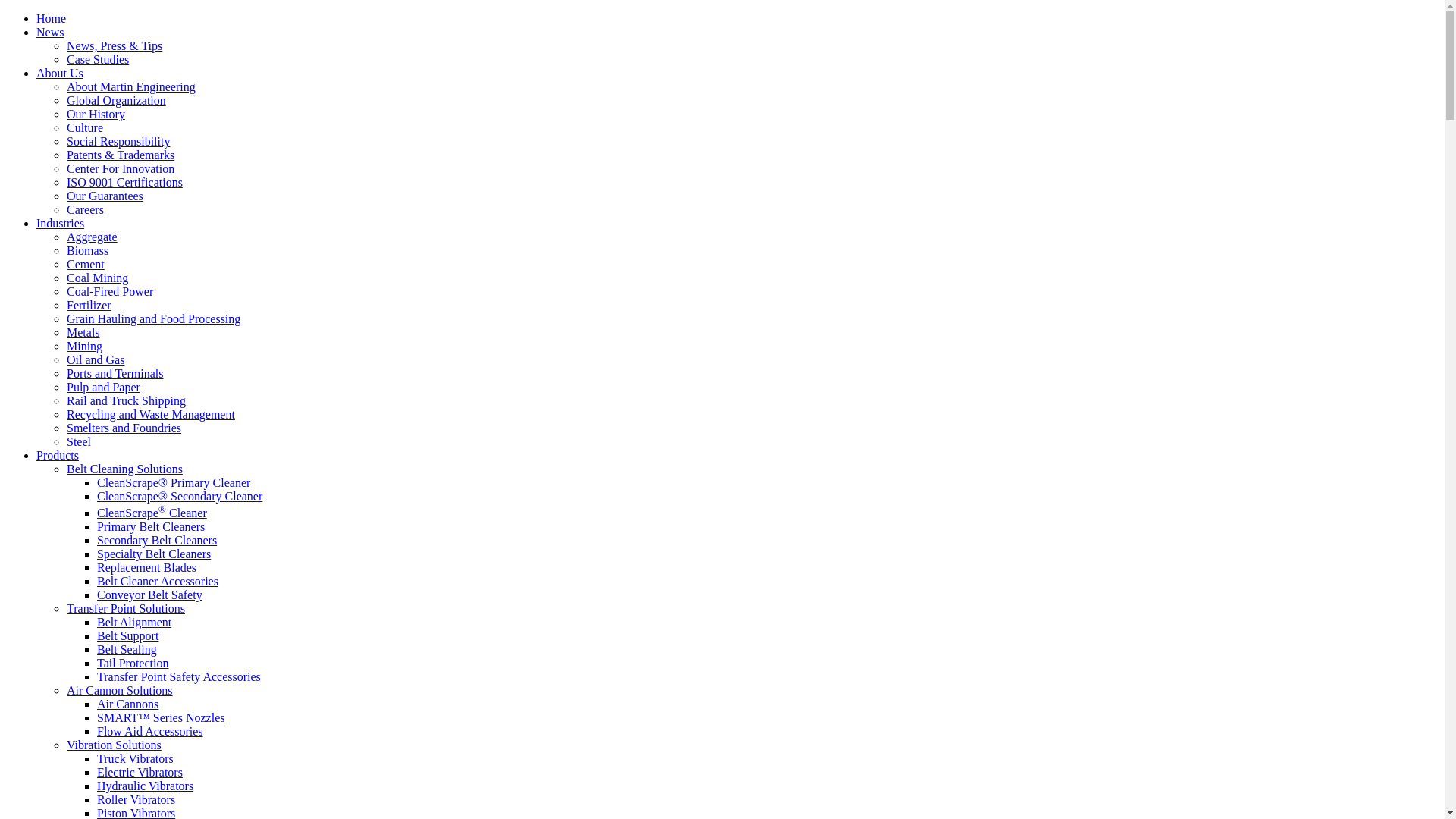  I want to click on 'Careers', so click(84, 209).